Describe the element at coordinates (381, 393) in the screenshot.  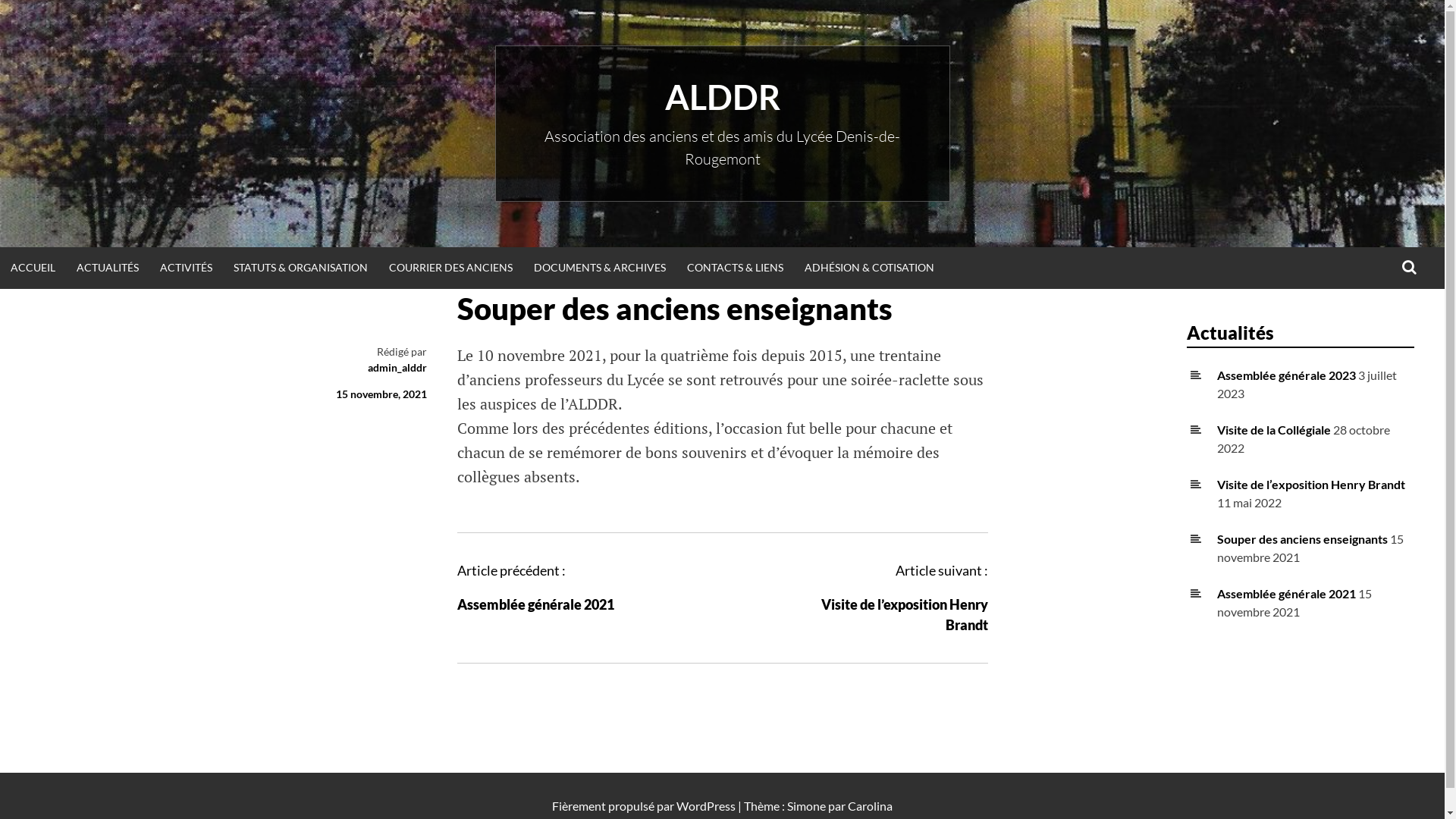
I see `'15 novembre, 2021'` at that location.